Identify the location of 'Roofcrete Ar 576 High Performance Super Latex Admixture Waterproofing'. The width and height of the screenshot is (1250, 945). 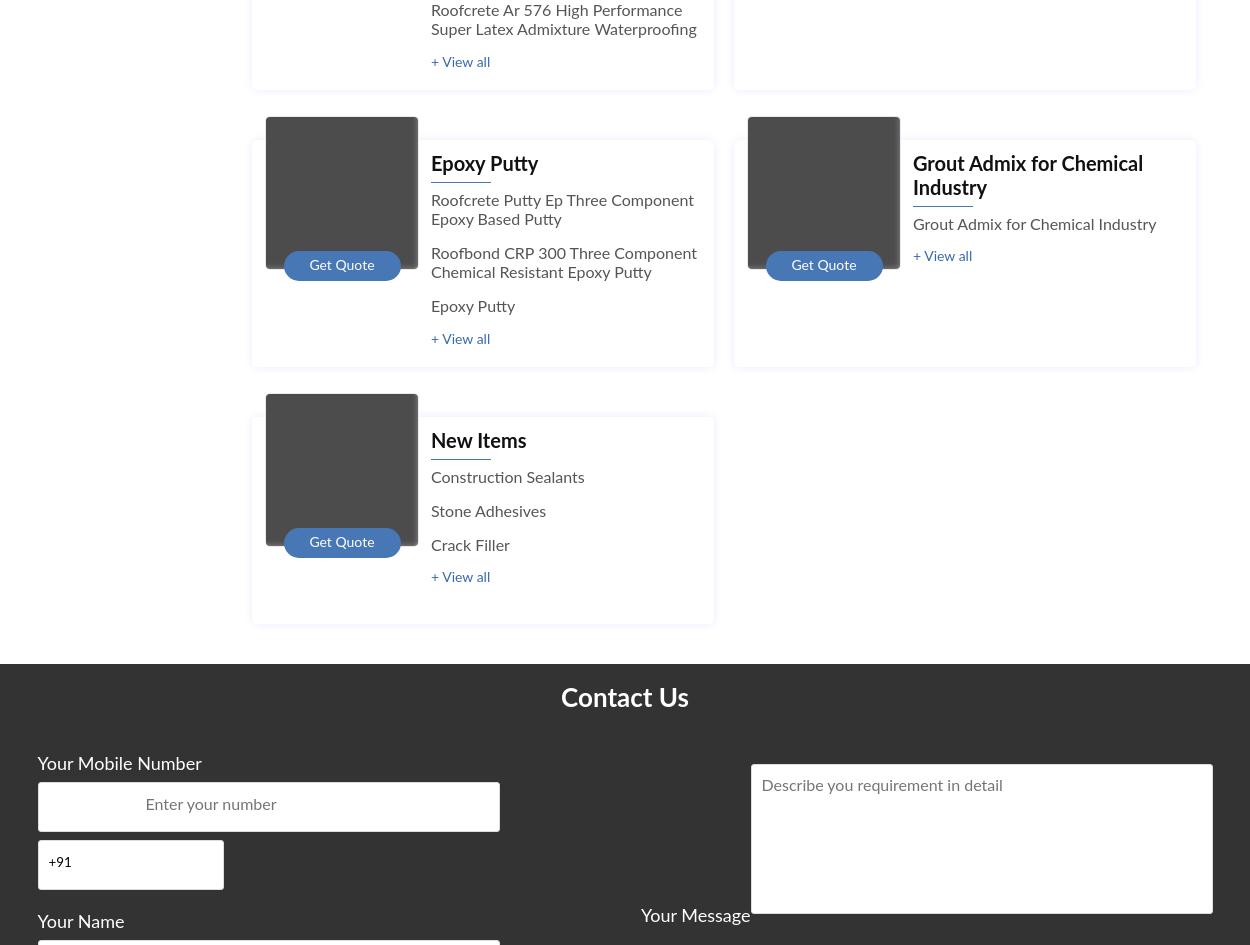
(431, 20).